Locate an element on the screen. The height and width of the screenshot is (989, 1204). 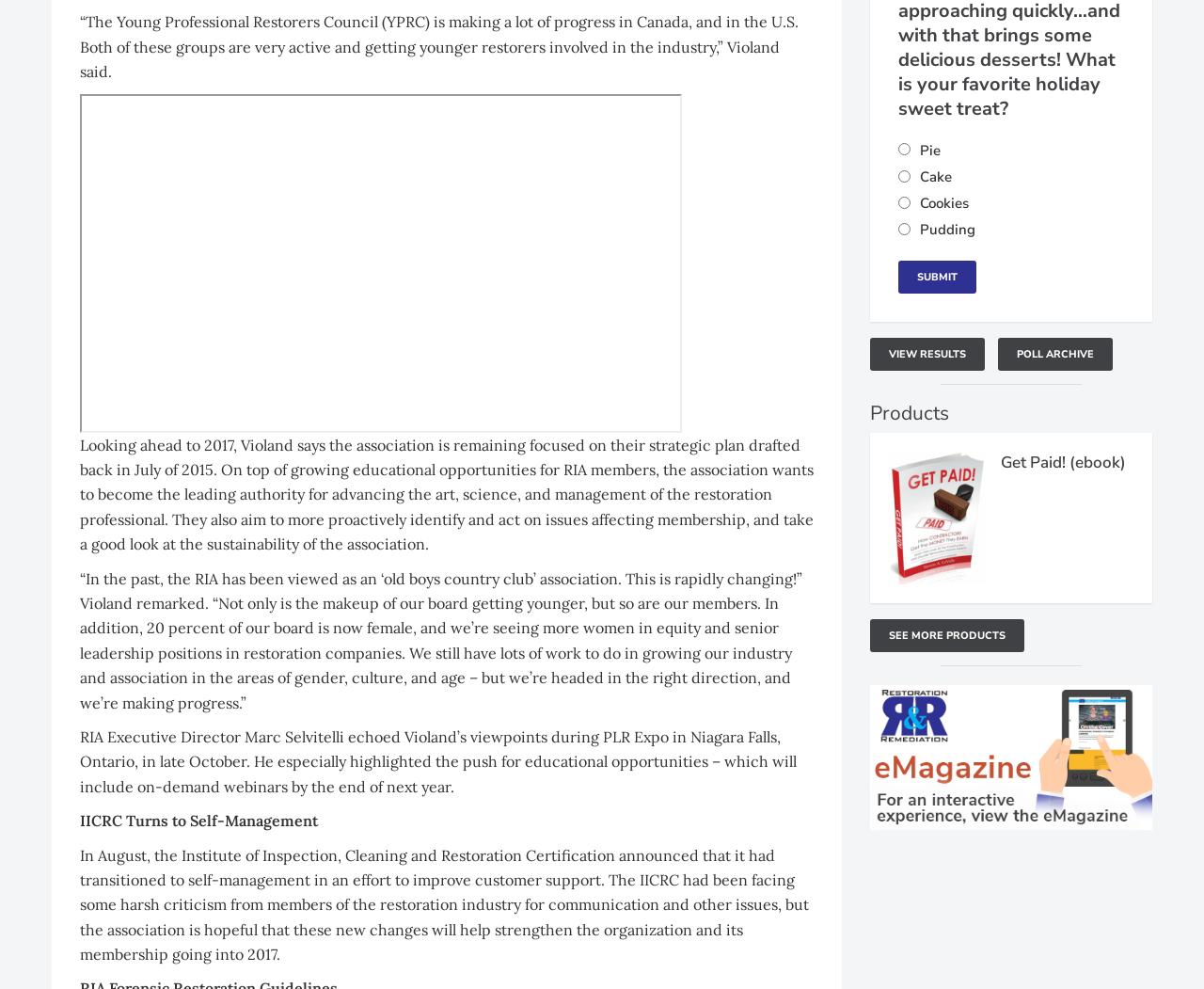
'IICRC Turns to Self-Management' is located at coordinates (198, 820).